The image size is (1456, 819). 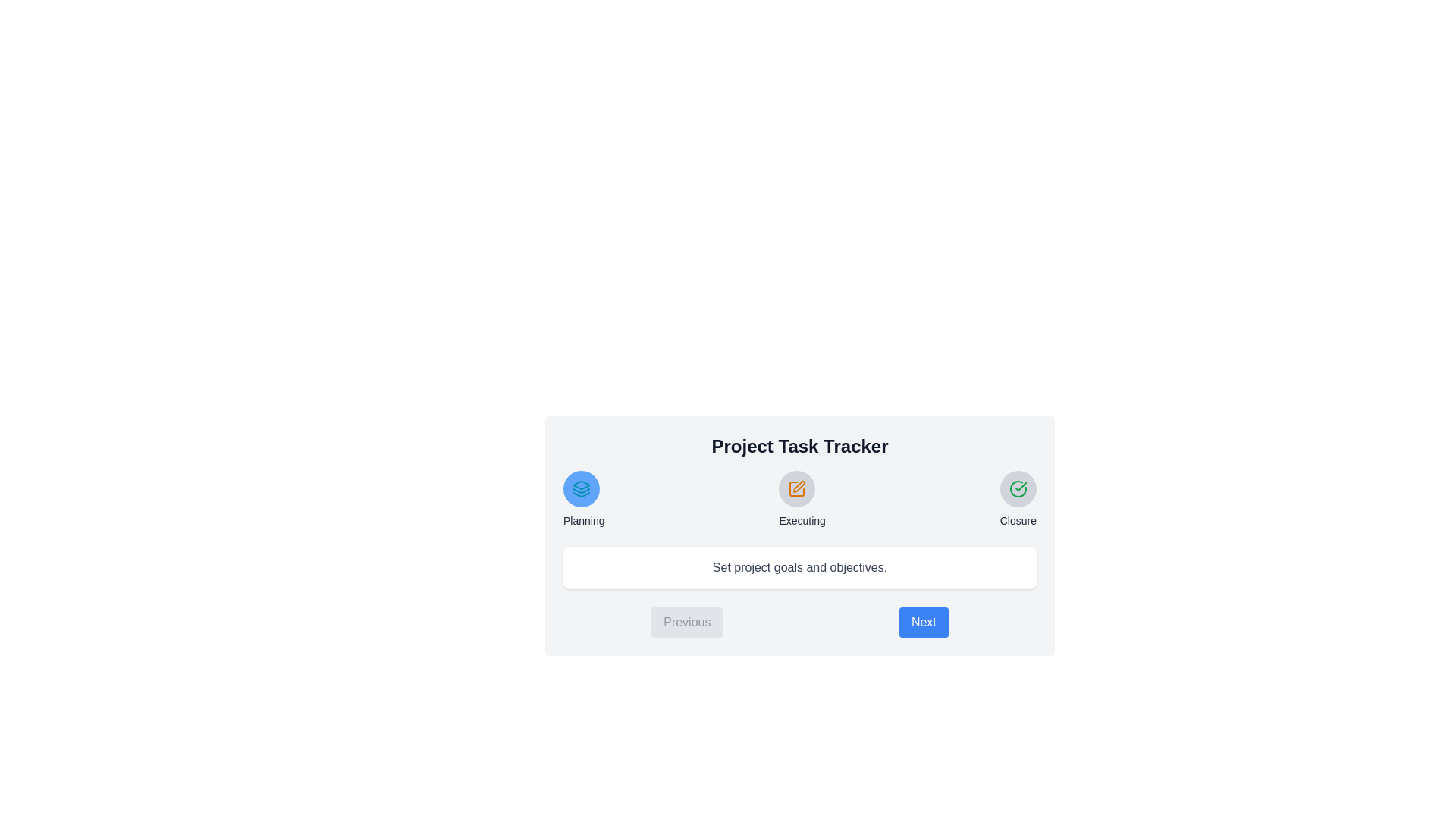 I want to click on the step icon corresponding to Closure to view its details, so click(x=1018, y=488).